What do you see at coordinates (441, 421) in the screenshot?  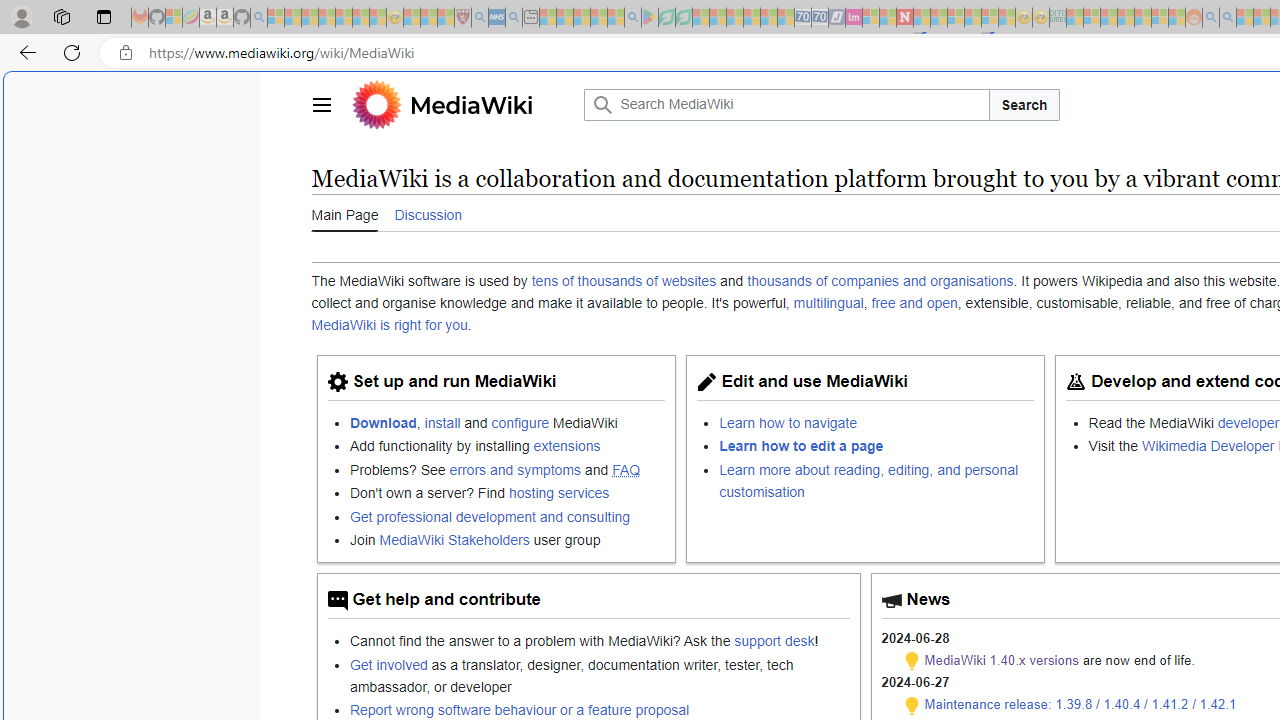 I see `'install'` at bounding box center [441, 421].